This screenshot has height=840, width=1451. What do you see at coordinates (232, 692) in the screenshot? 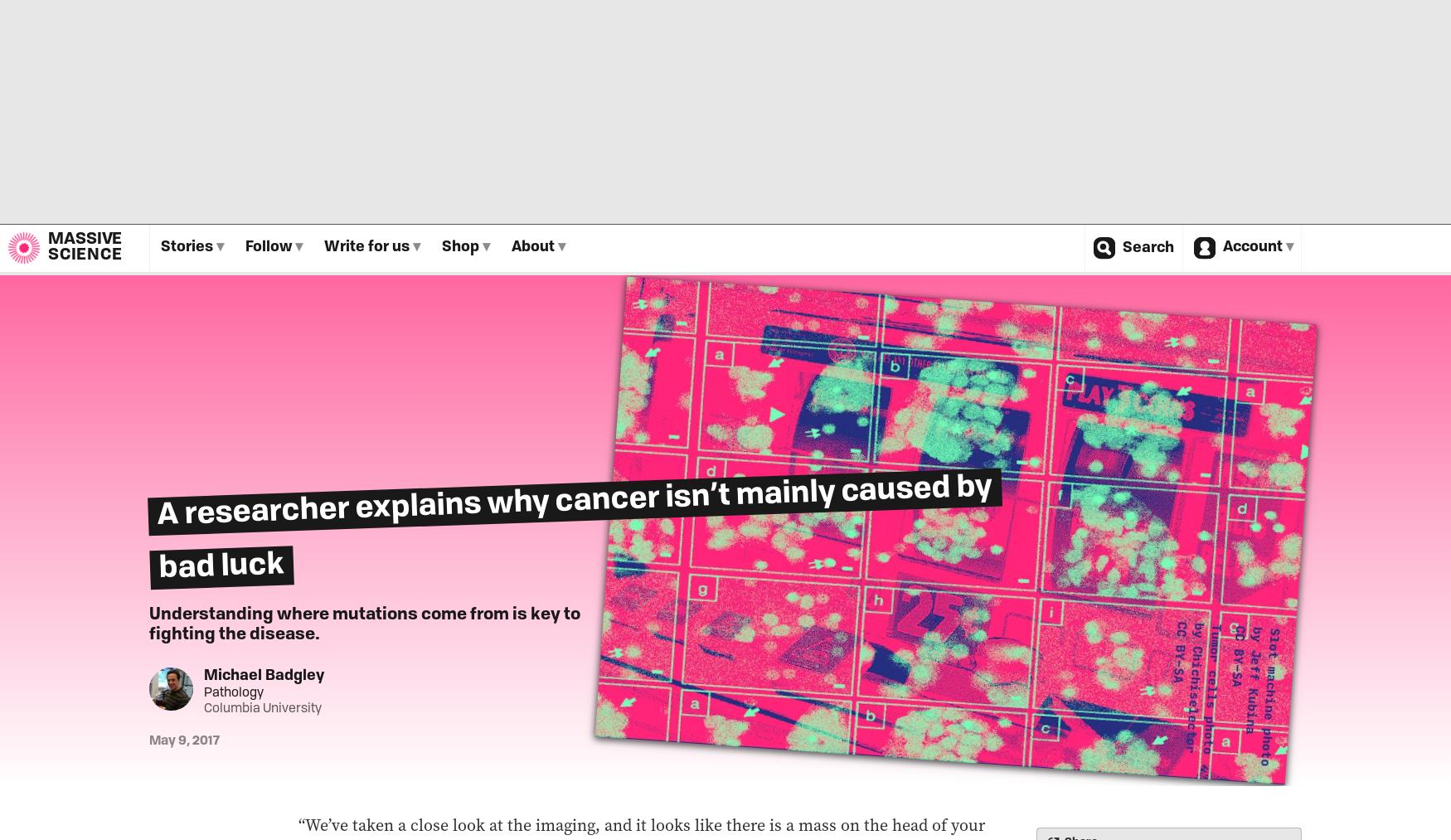
I see `'Pathology'` at bounding box center [232, 692].